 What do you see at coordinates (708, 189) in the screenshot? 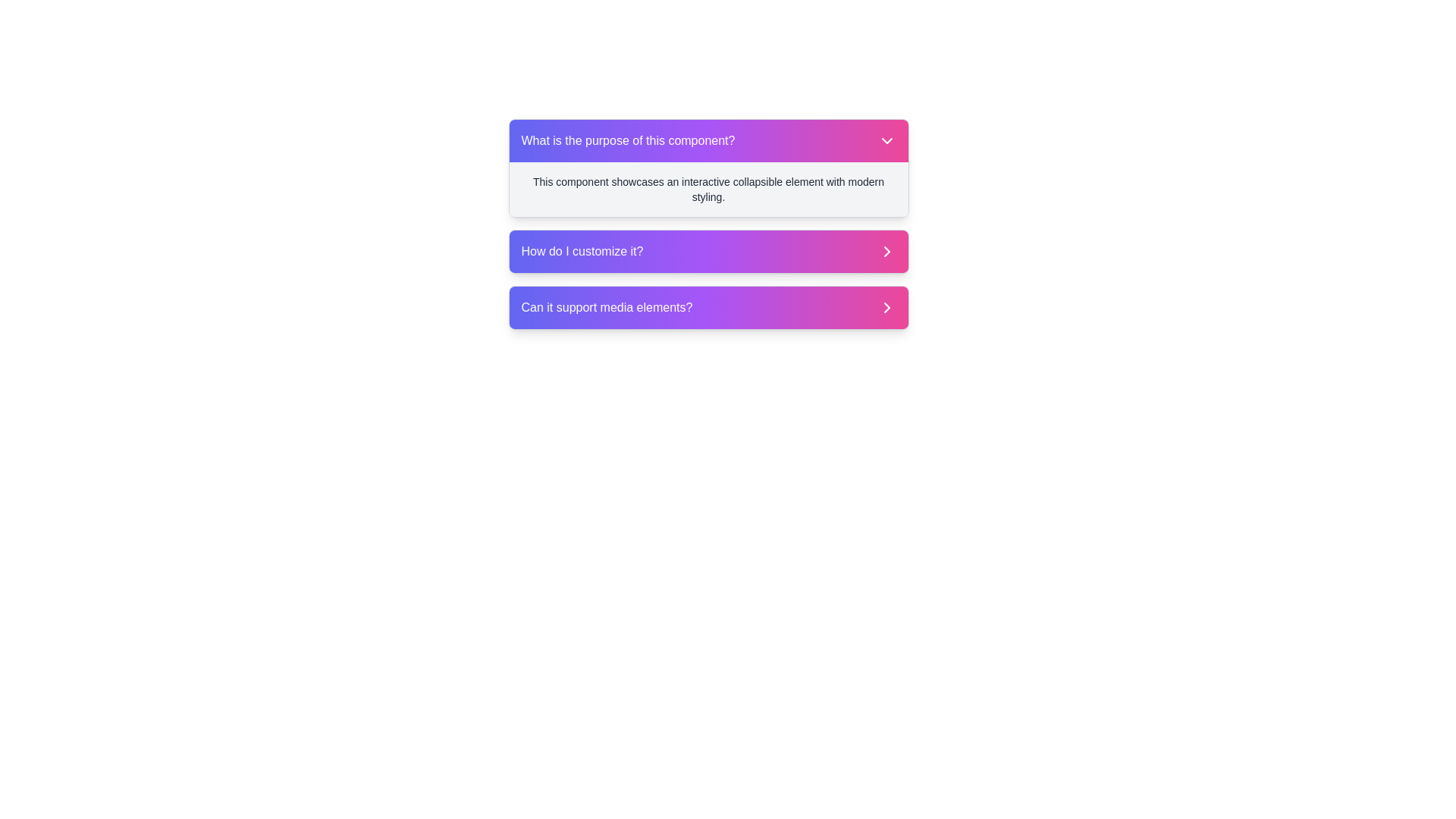
I see `the informational text element explaining the purpose of the collapsible component, located underneath the title 'What is the purpose of this component?'` at bounding box center [708, 189].